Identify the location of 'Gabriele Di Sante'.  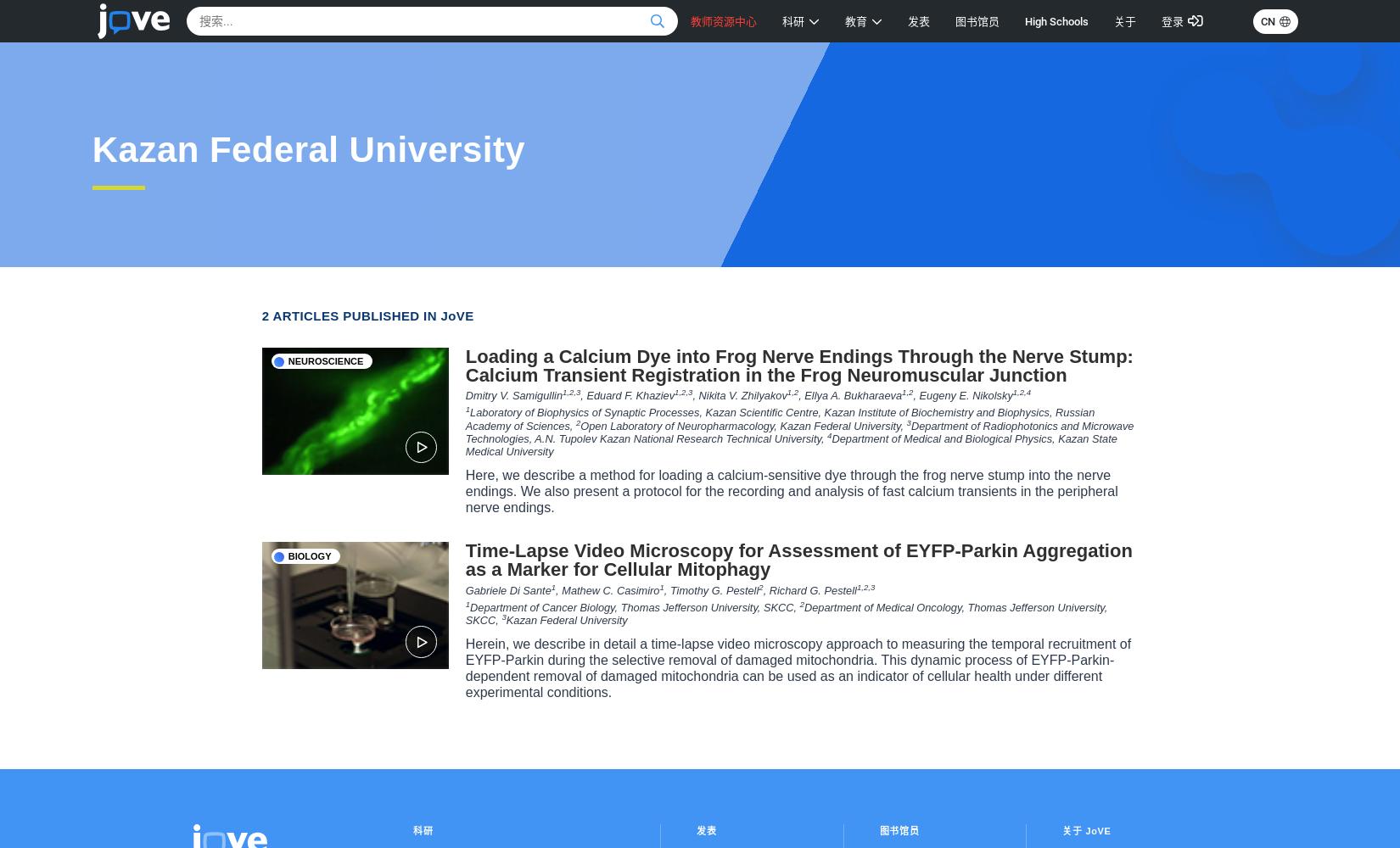
(507, 589).